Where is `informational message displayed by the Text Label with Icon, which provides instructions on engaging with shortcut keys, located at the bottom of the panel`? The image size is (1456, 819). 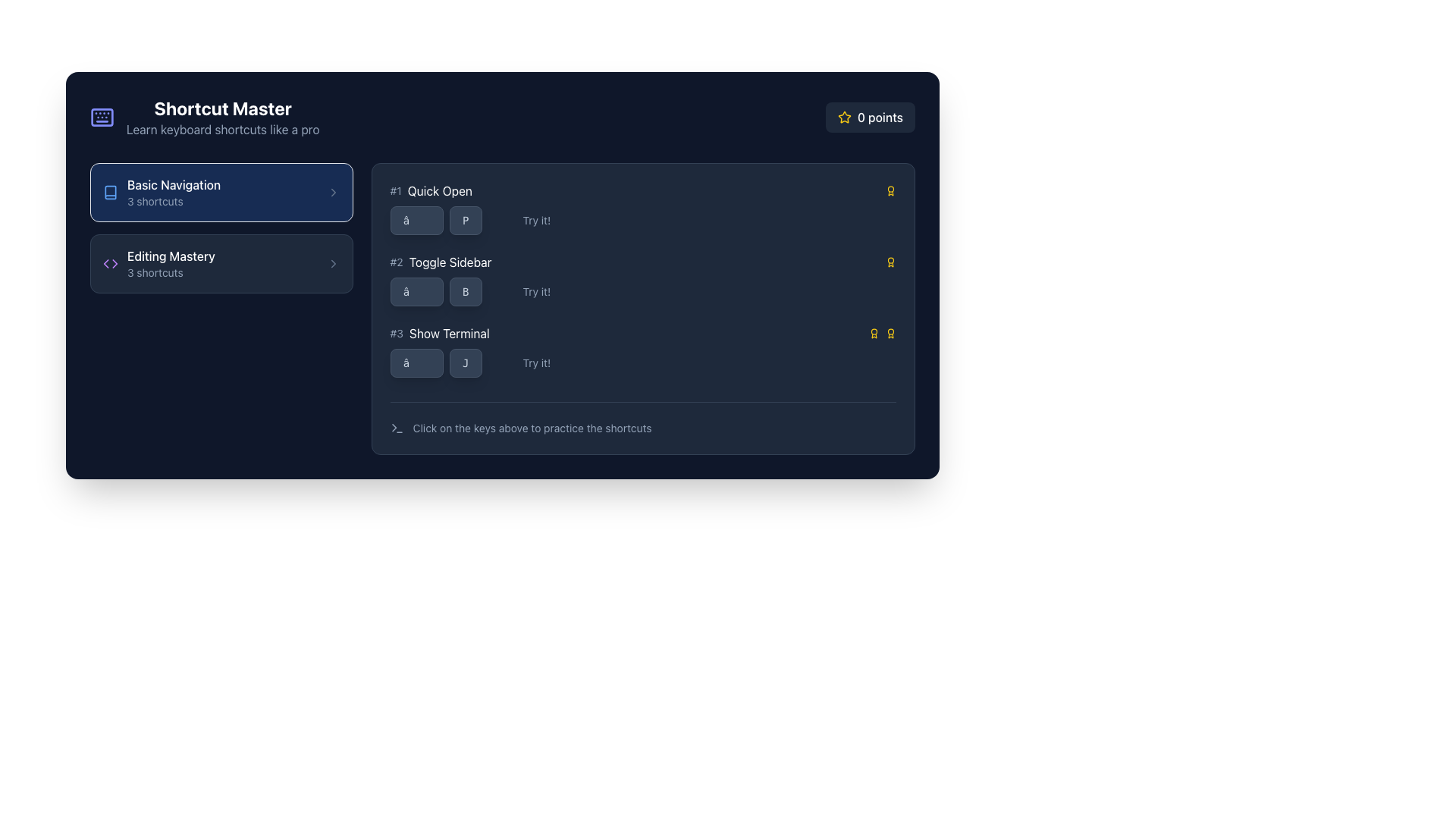
informational message displayed by the Text Label with Icon, which provides instructions on engaging with shortcut keys, located at the bottom of the panel is located at coordinates (643, 419).